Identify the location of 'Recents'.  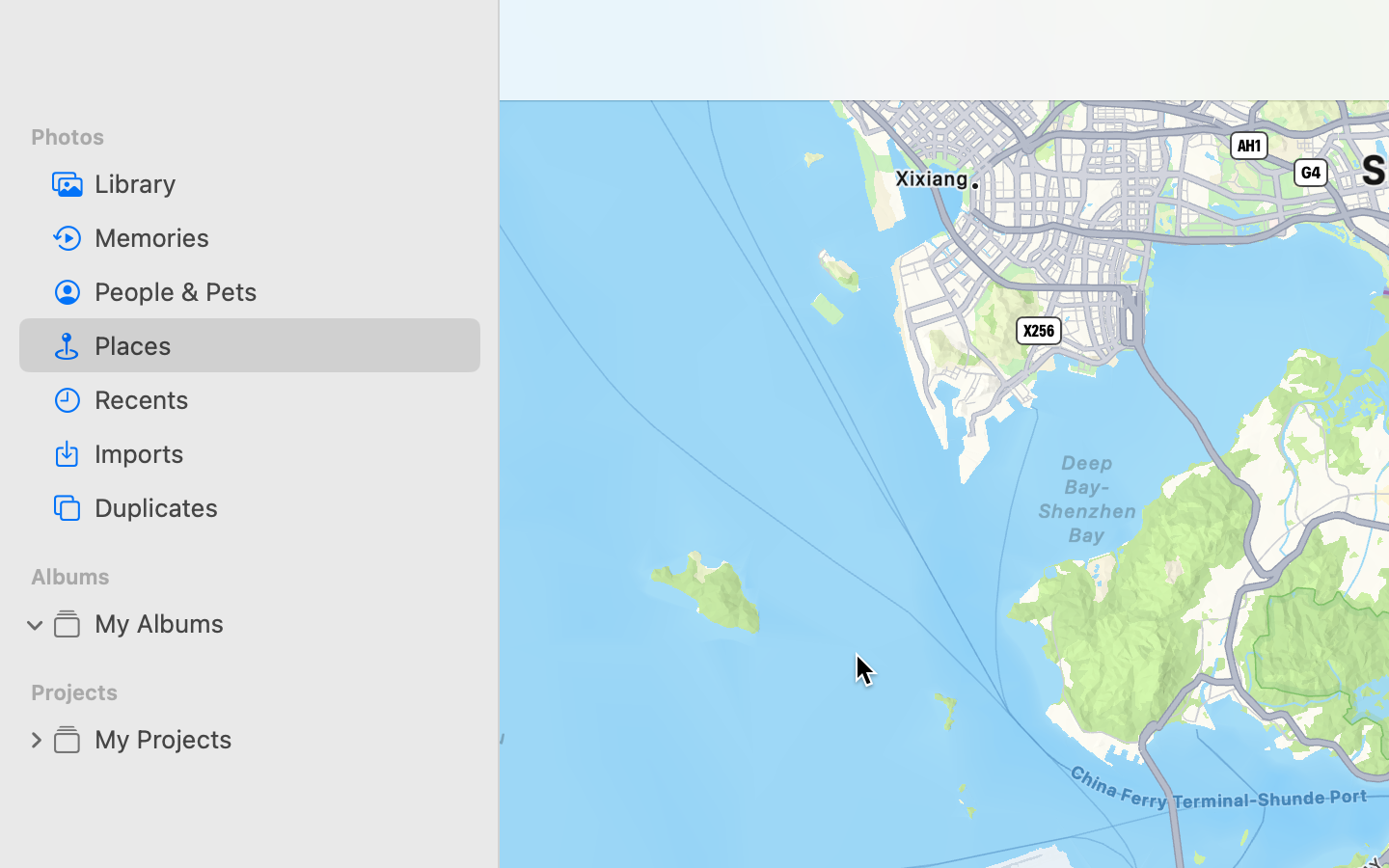
(279, 399).